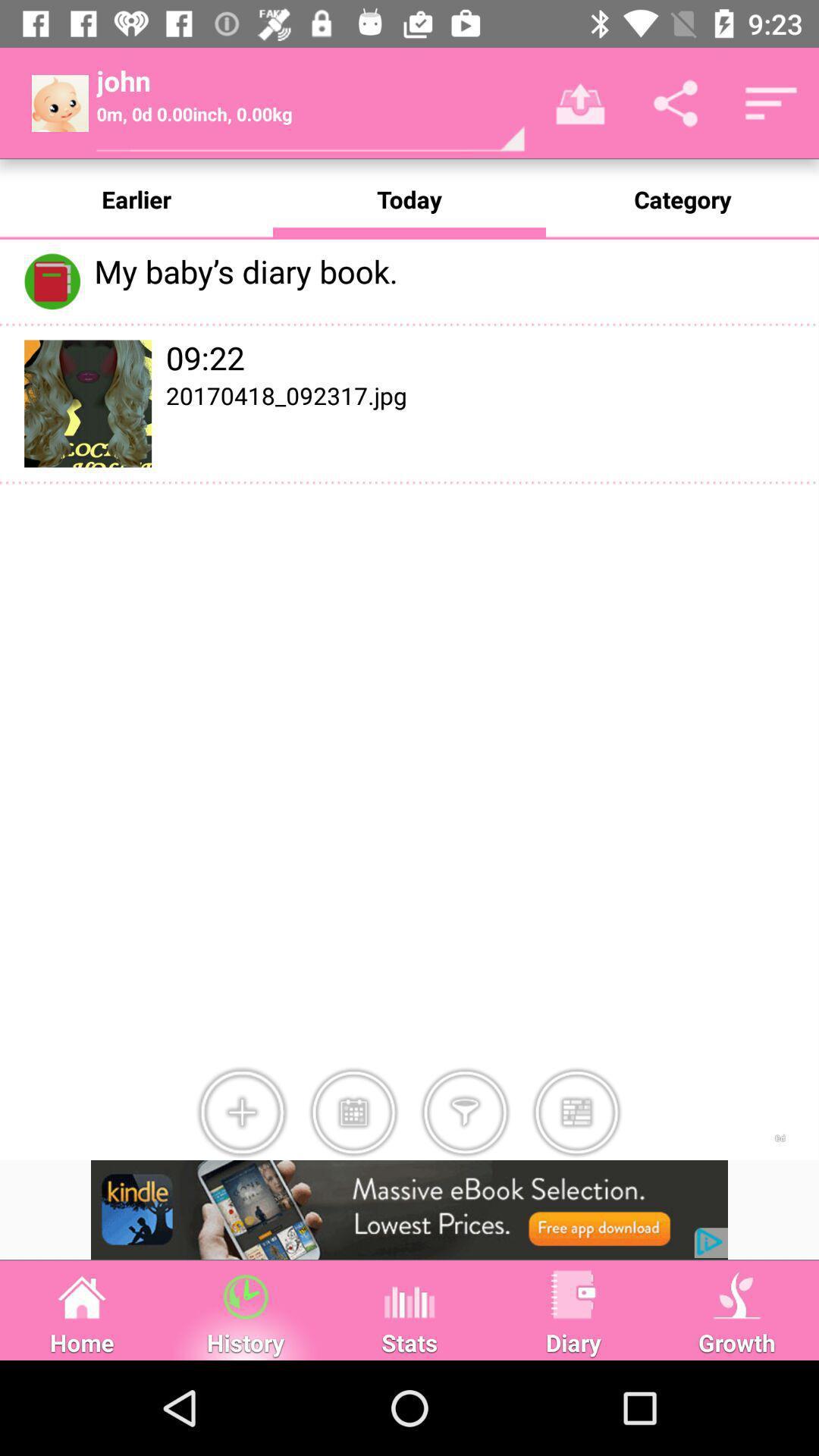 The height and width of the screenshot is (1456, 819). I want to click on open advertisement, so click(409, 1209).